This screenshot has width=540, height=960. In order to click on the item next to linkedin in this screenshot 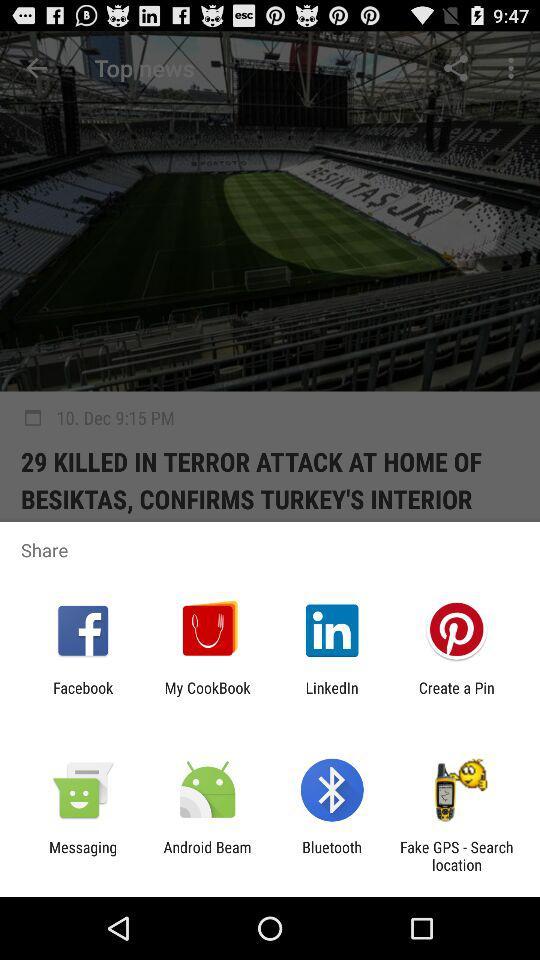, I will do `click(456, 696)`.